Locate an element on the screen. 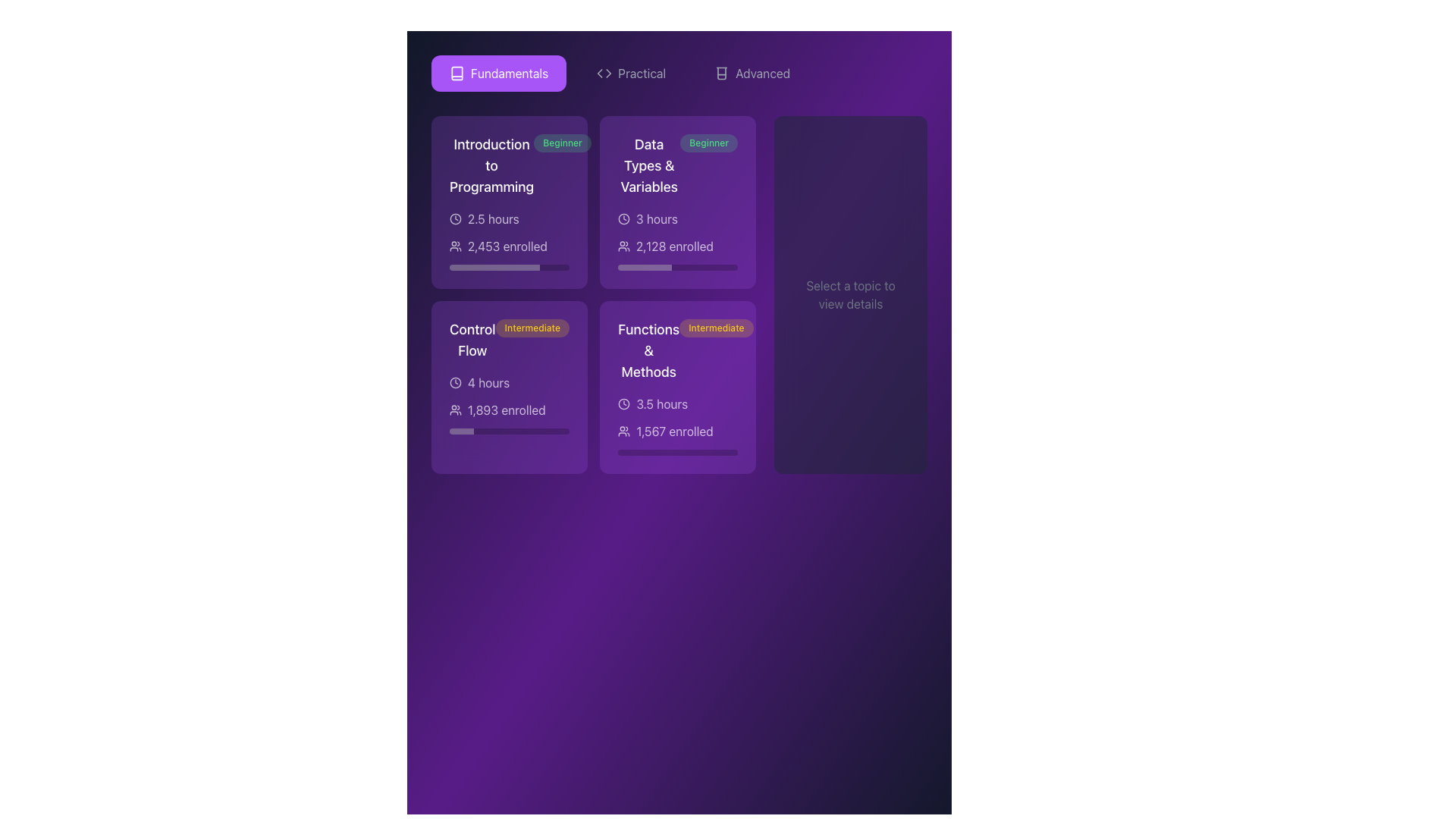  the icon representing a group of people, which is styled with a light purple color and located adjacent to the text '1,567 enrolled' is located at coordinates (623, 431).